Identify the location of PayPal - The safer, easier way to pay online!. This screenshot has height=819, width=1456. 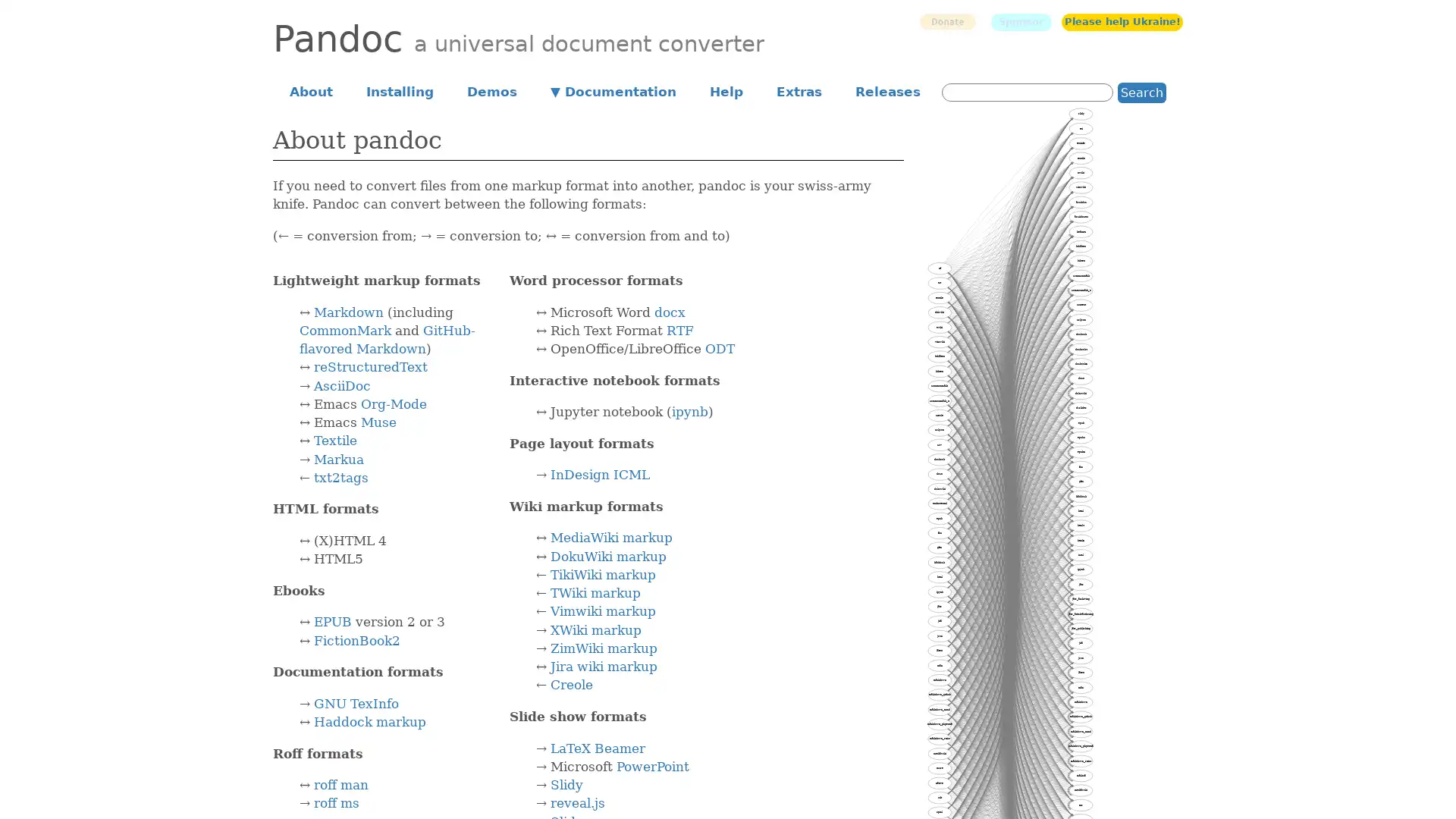
(946, 21).